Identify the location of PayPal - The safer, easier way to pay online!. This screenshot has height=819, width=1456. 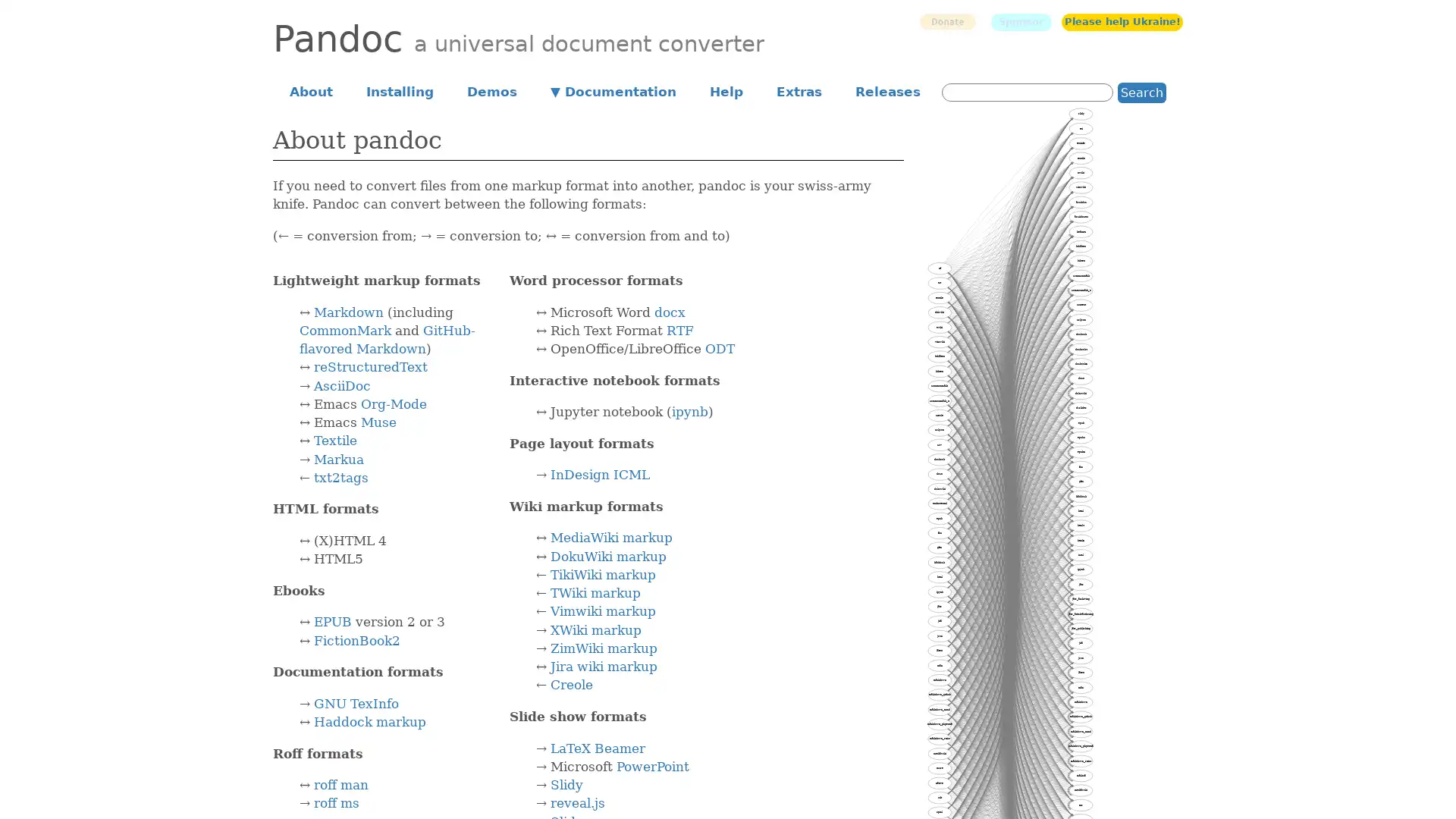
(946, 21).